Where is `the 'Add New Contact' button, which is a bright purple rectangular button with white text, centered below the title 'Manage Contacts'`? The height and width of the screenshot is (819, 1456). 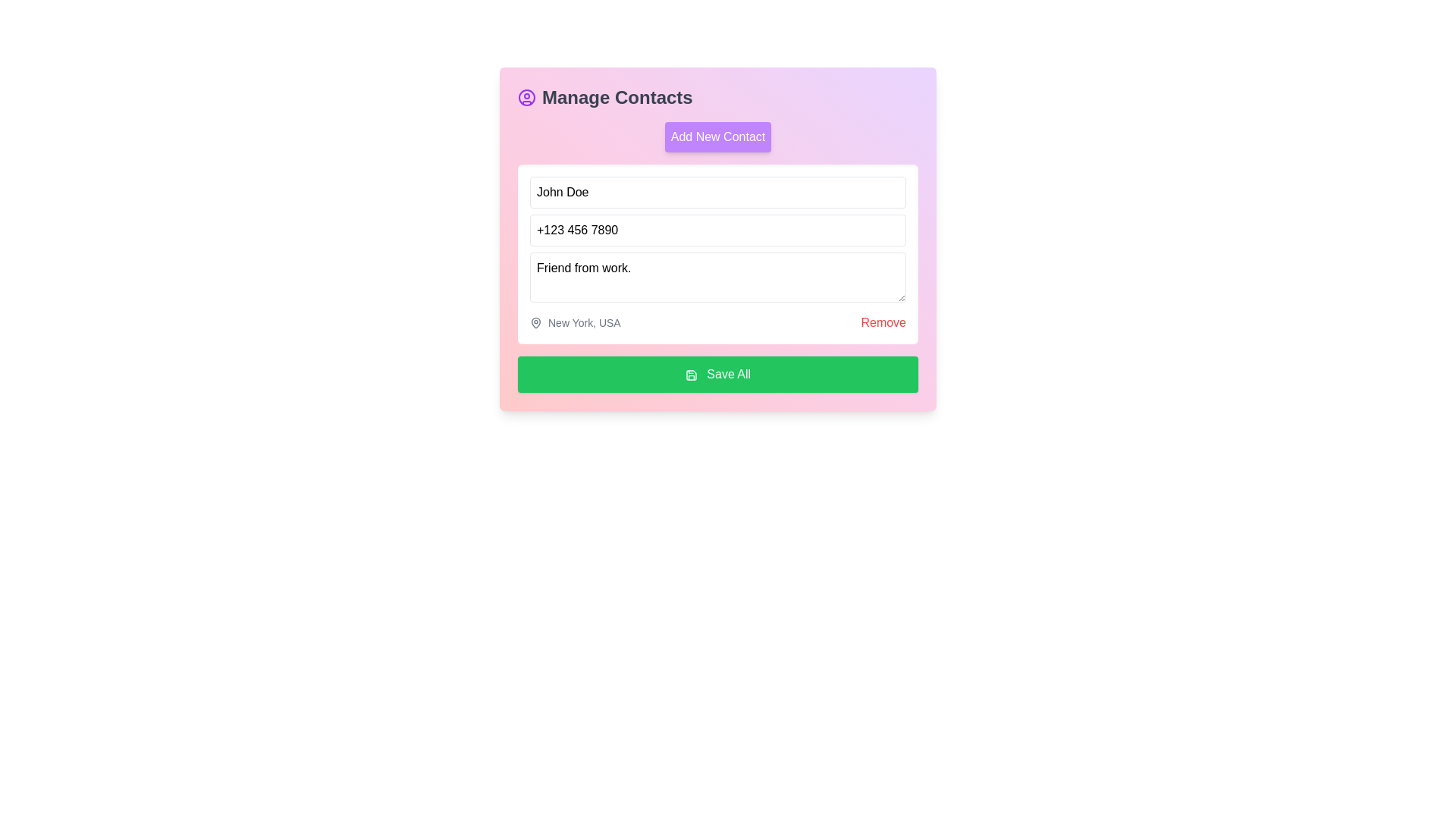
the 'Add New Contact' button, which is a bright purple rectangular button with white text, centered below the title 'Manage Contacts' is located at coordinates (717, 137).